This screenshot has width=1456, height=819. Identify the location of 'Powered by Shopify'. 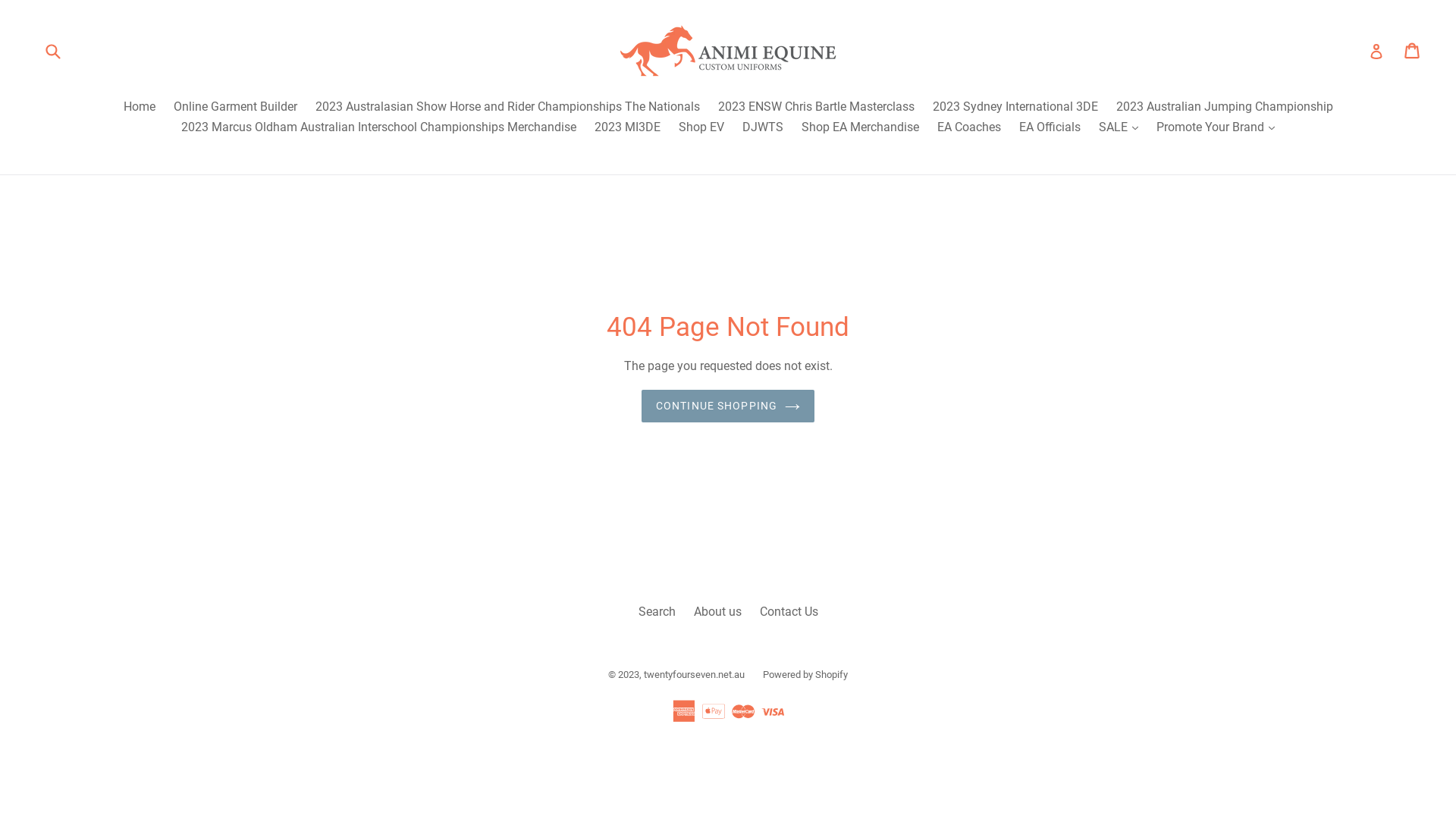
(804, 673).